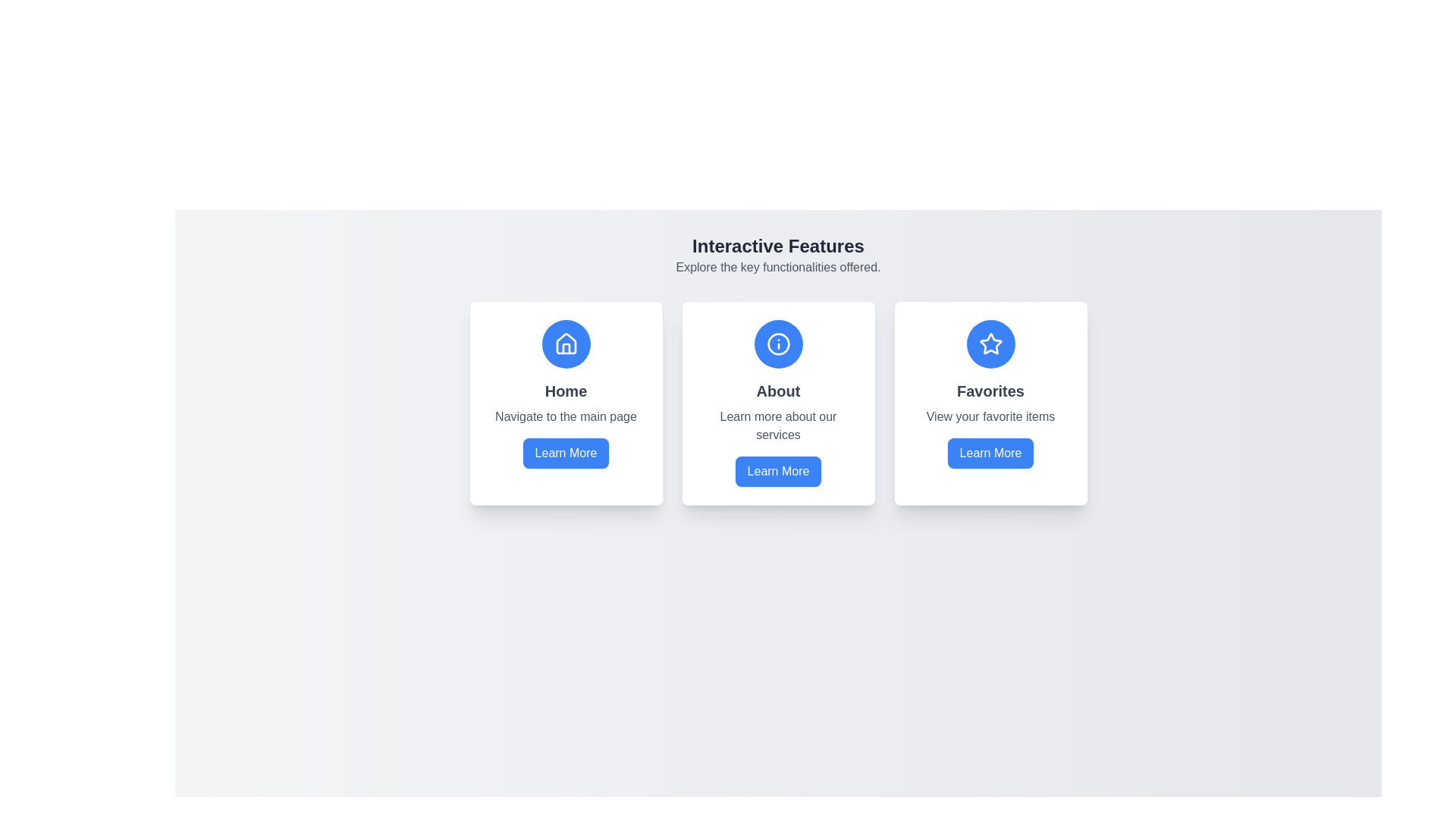 The image size is (1456, 819). I want to click on the information indicator icon located in the 'About' card, which visually supports the content of the card, containing the heading 'About' and the text 'Learn more about our services', so click(778, 344).